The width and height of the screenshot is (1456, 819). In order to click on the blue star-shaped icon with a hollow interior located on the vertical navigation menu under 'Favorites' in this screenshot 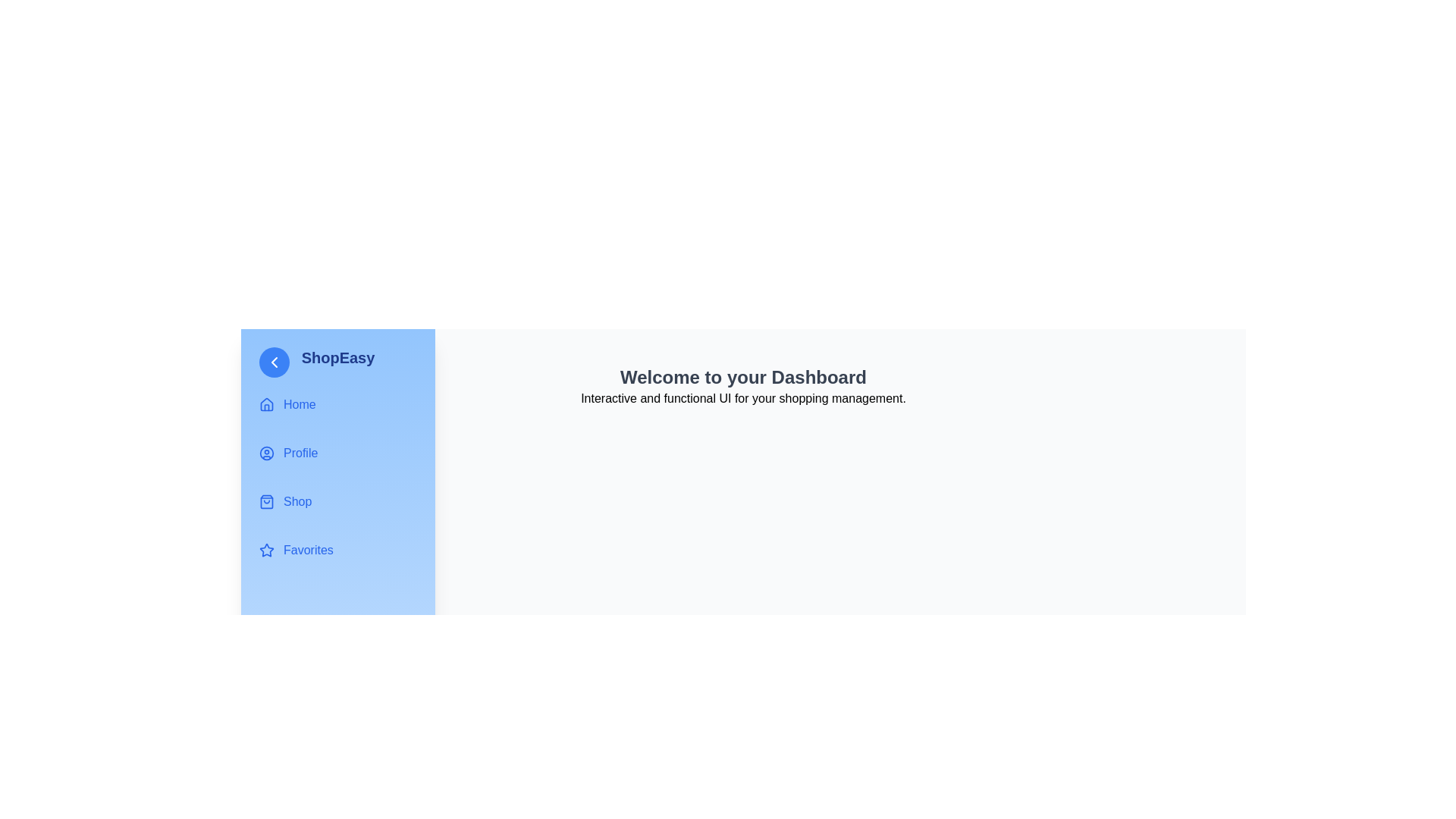, I will do `click(266, 550)`.